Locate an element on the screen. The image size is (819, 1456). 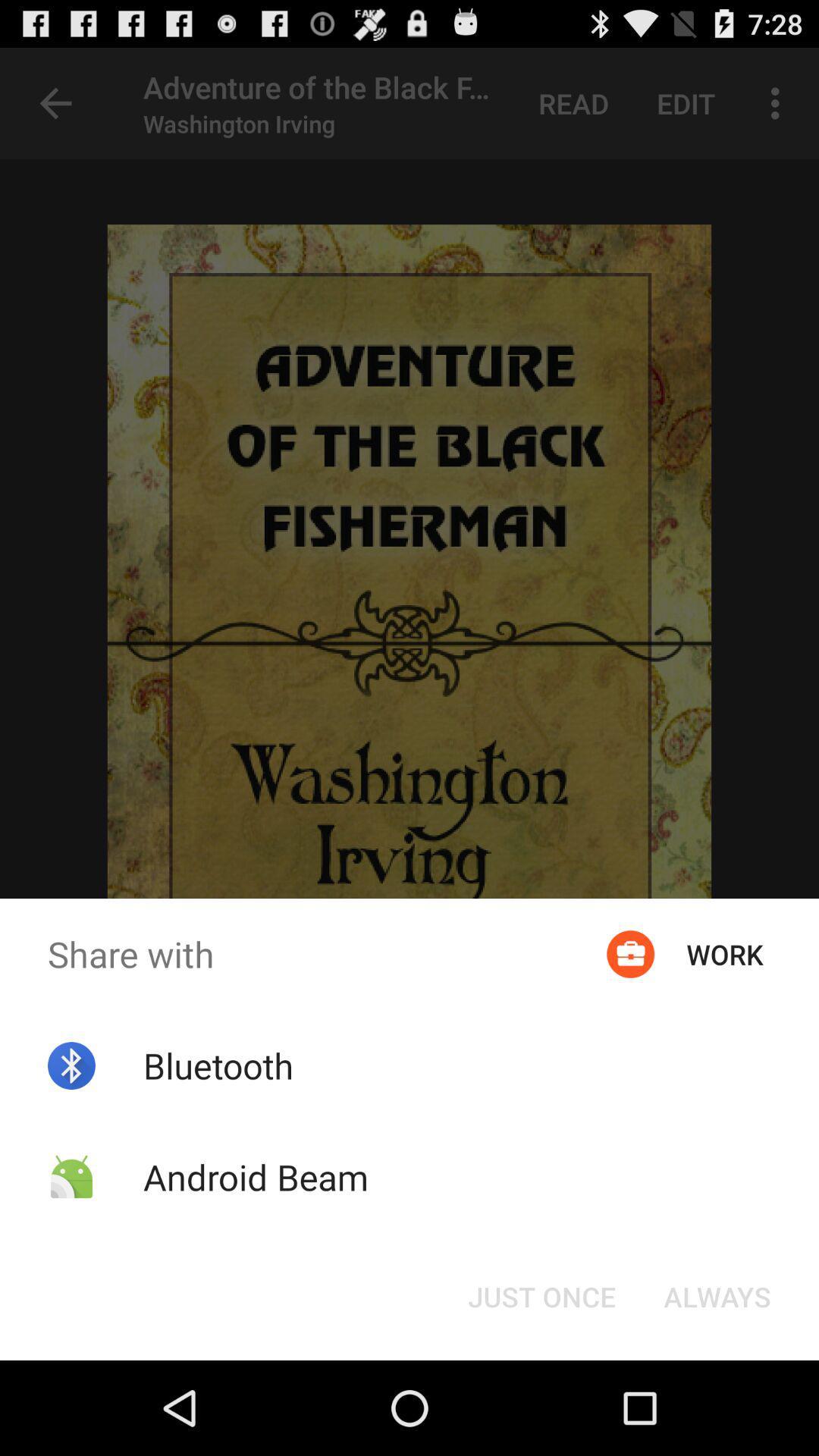
the bluetooth is located at coordinates (218, 1065).